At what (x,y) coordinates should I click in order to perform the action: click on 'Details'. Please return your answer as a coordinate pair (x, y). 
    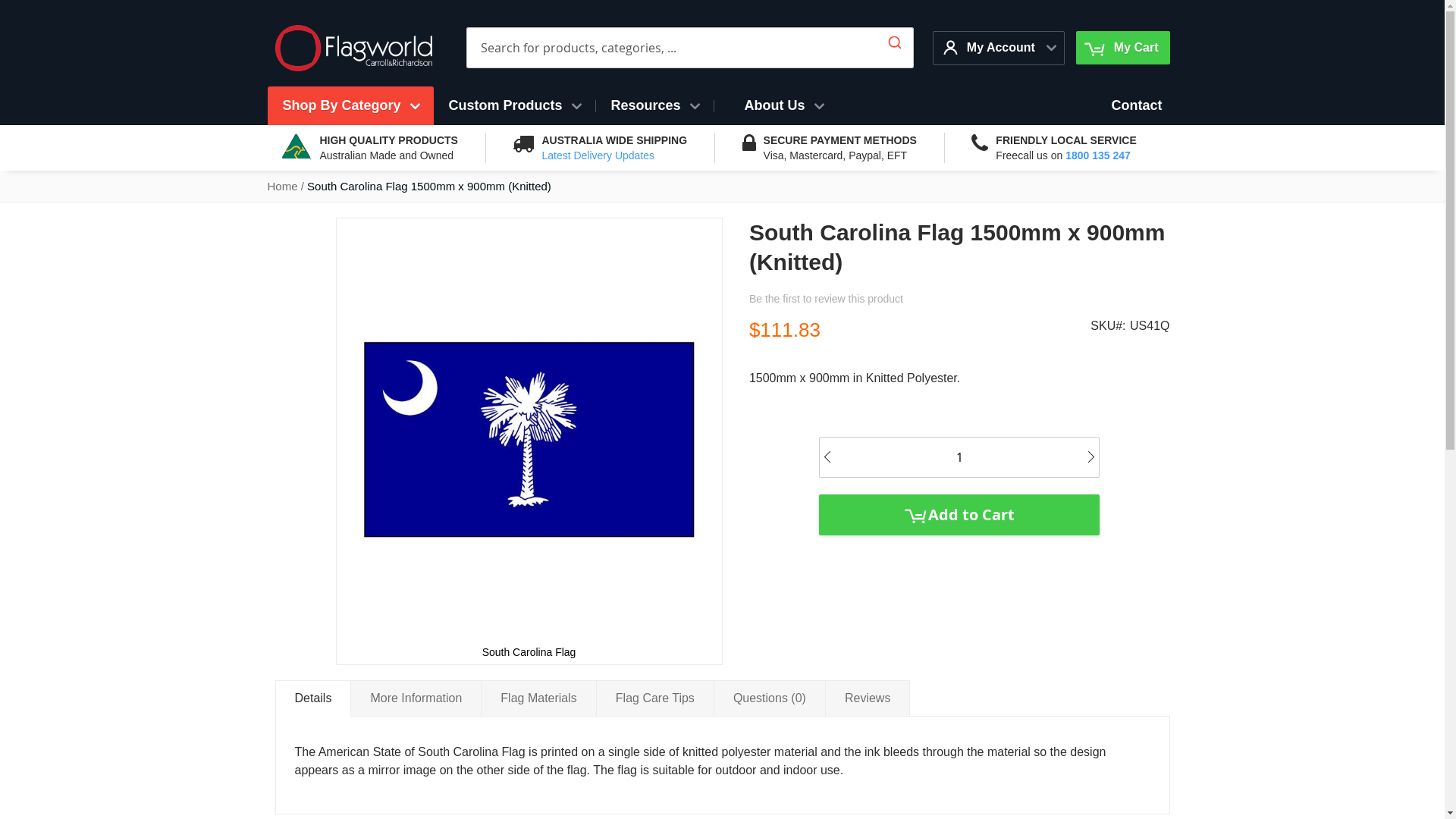
    Looking at the image, I should click on (274, 698).